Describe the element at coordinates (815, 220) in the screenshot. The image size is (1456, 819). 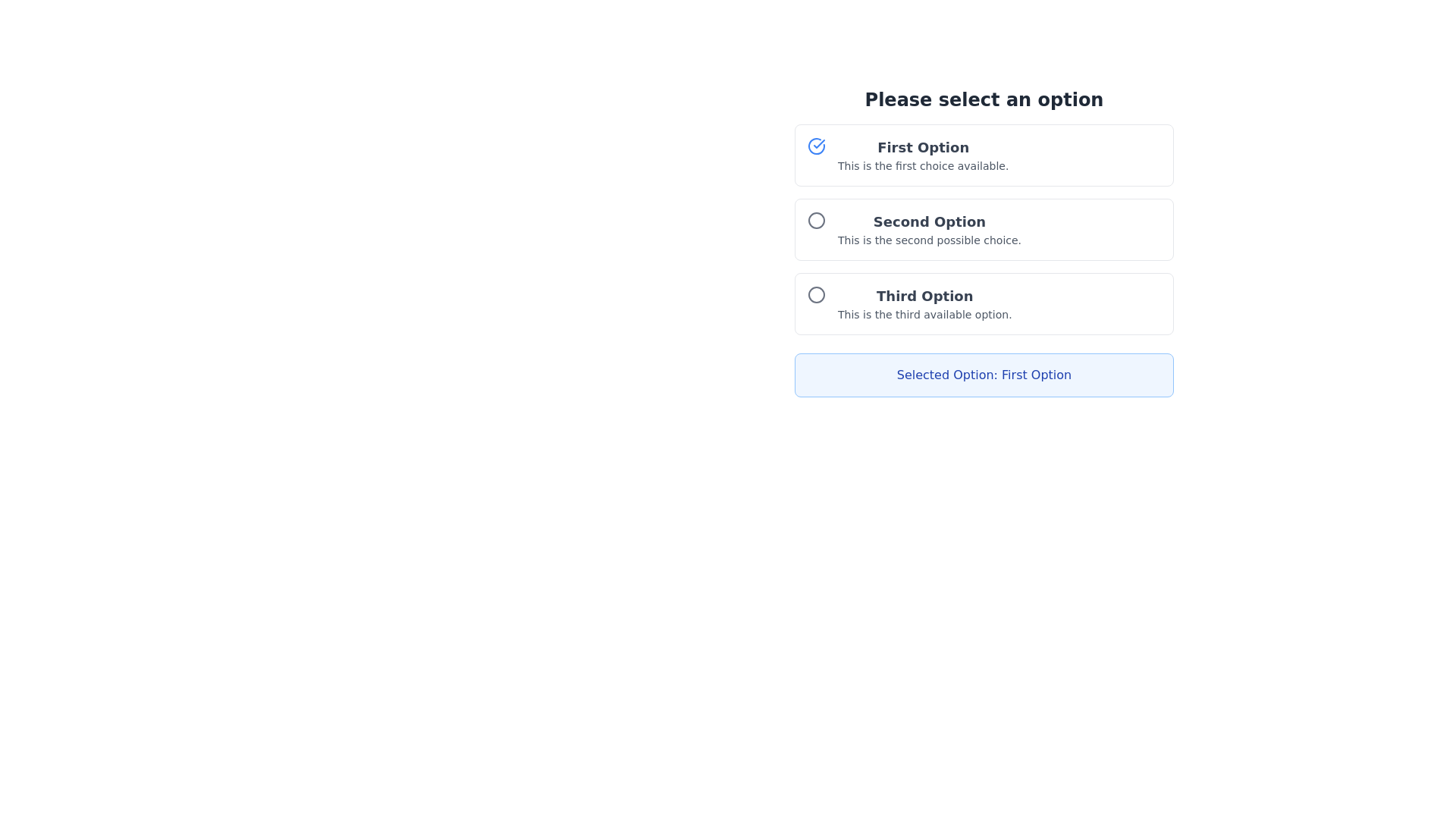
I see `the unselected 'Second Option' radio button` at that location.